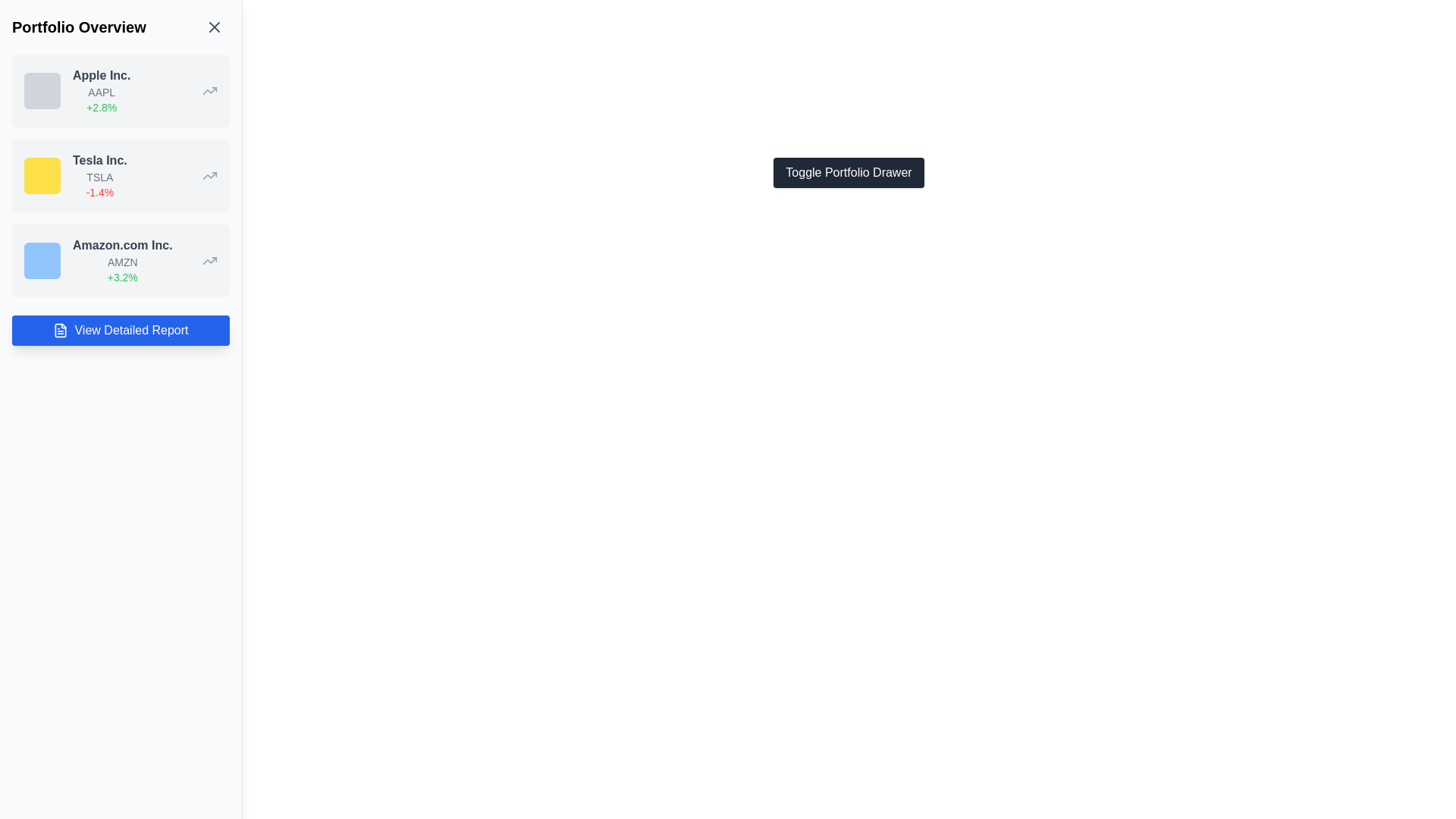 This screenshot has height=819, width=1456. I want to click on the first square icon with a light gray background and rounded corners, located to the left of the 'Apple Inc.' label, as a static visual element, so click(42, 90).